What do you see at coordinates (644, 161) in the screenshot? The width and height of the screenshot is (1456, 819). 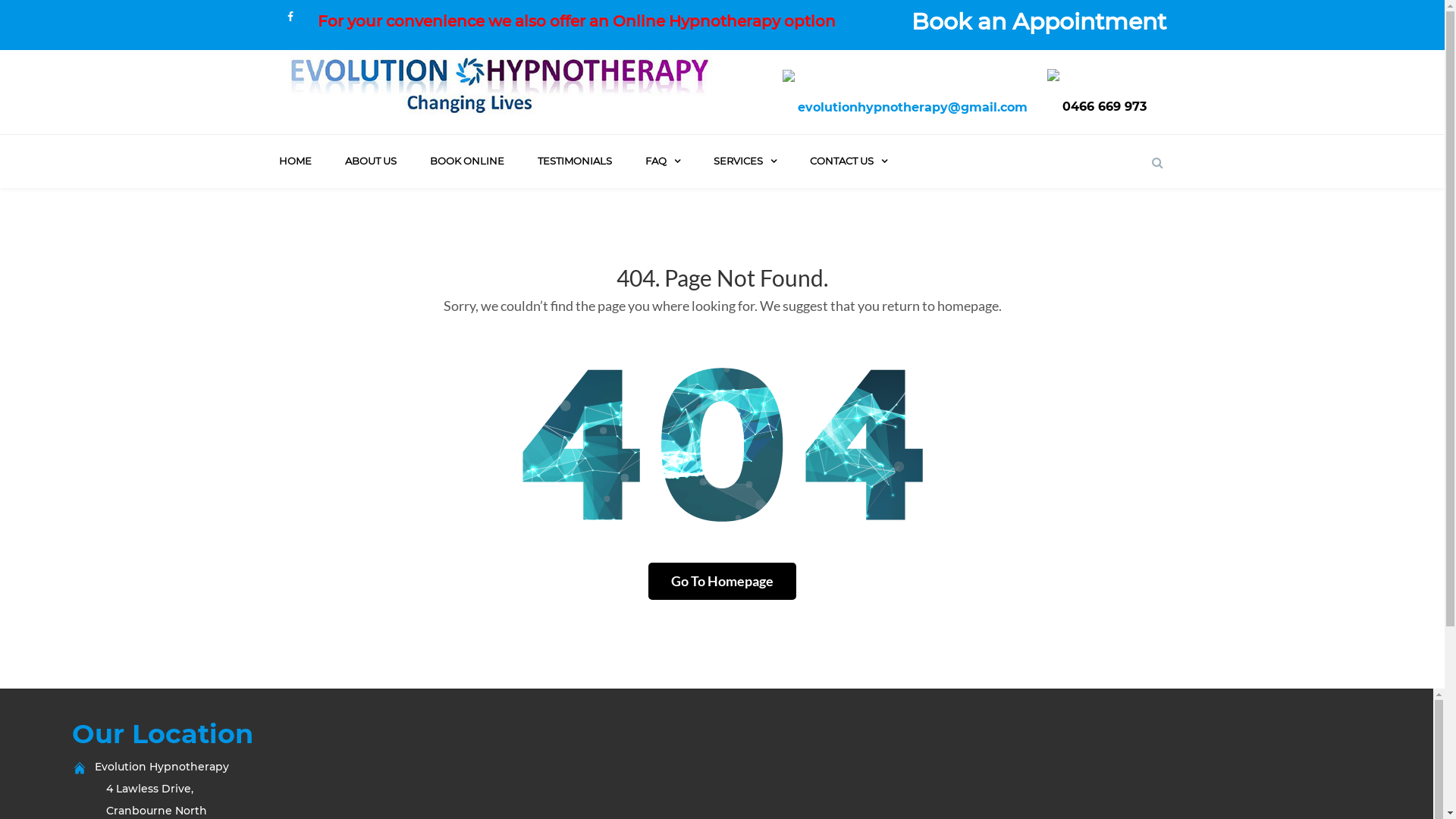 I see `'FAQ'` at bounding box center [644, 161].